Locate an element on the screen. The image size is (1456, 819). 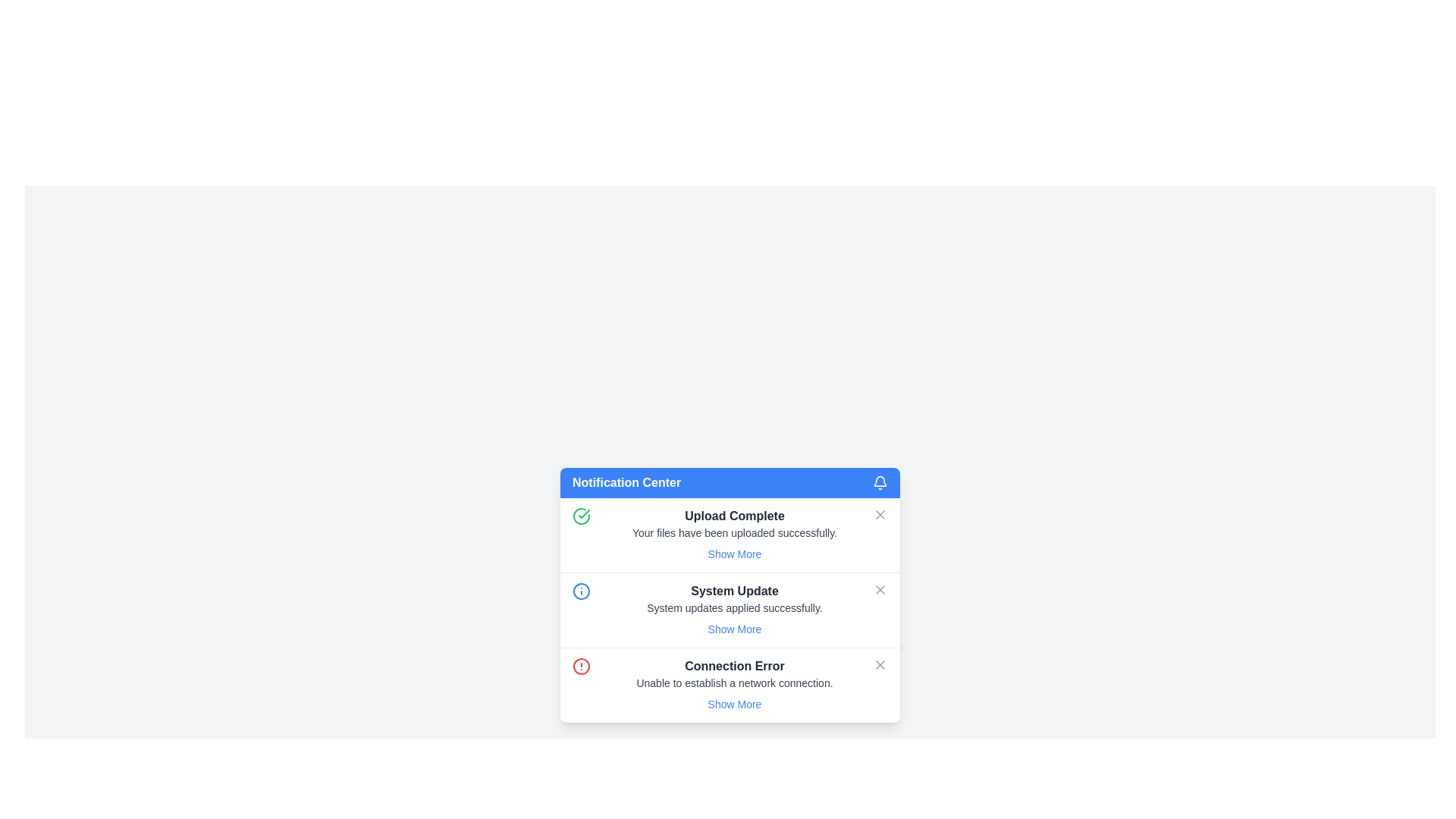
the hyperlink located in the lower-right section of the 'Connection Error' notification card, beneath the text 'Unable to establish a network connection', in preparation for interaction is located at coordinates (735, 704).